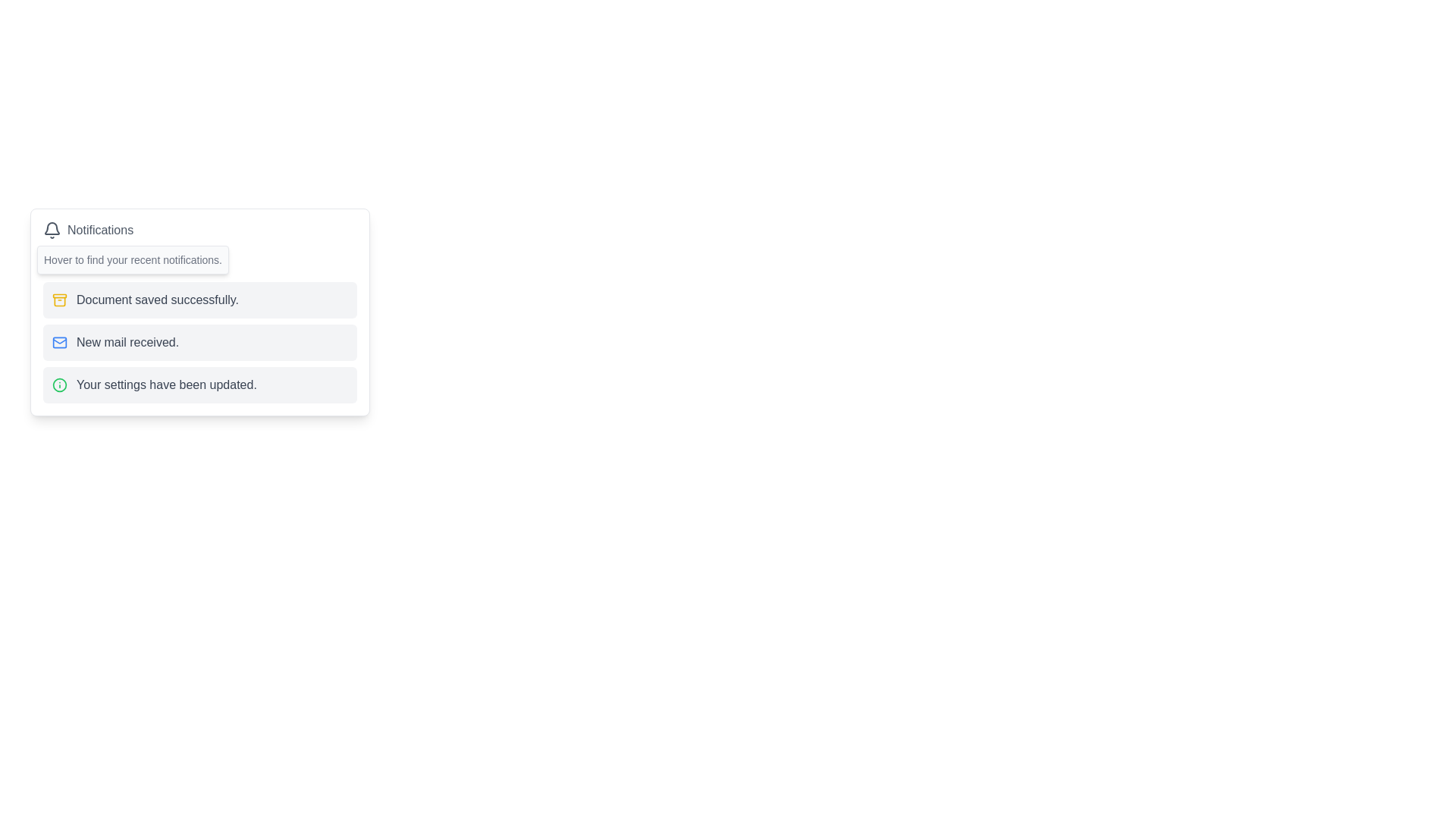 The width and height of the screenshot is (1456, 819). Describe the element at coordinates (59, 384) in the screenshot. I see `the informational icon at the beginning of the 'Your settings have been updated' notification message, which is part of a gray notification card` at that location.